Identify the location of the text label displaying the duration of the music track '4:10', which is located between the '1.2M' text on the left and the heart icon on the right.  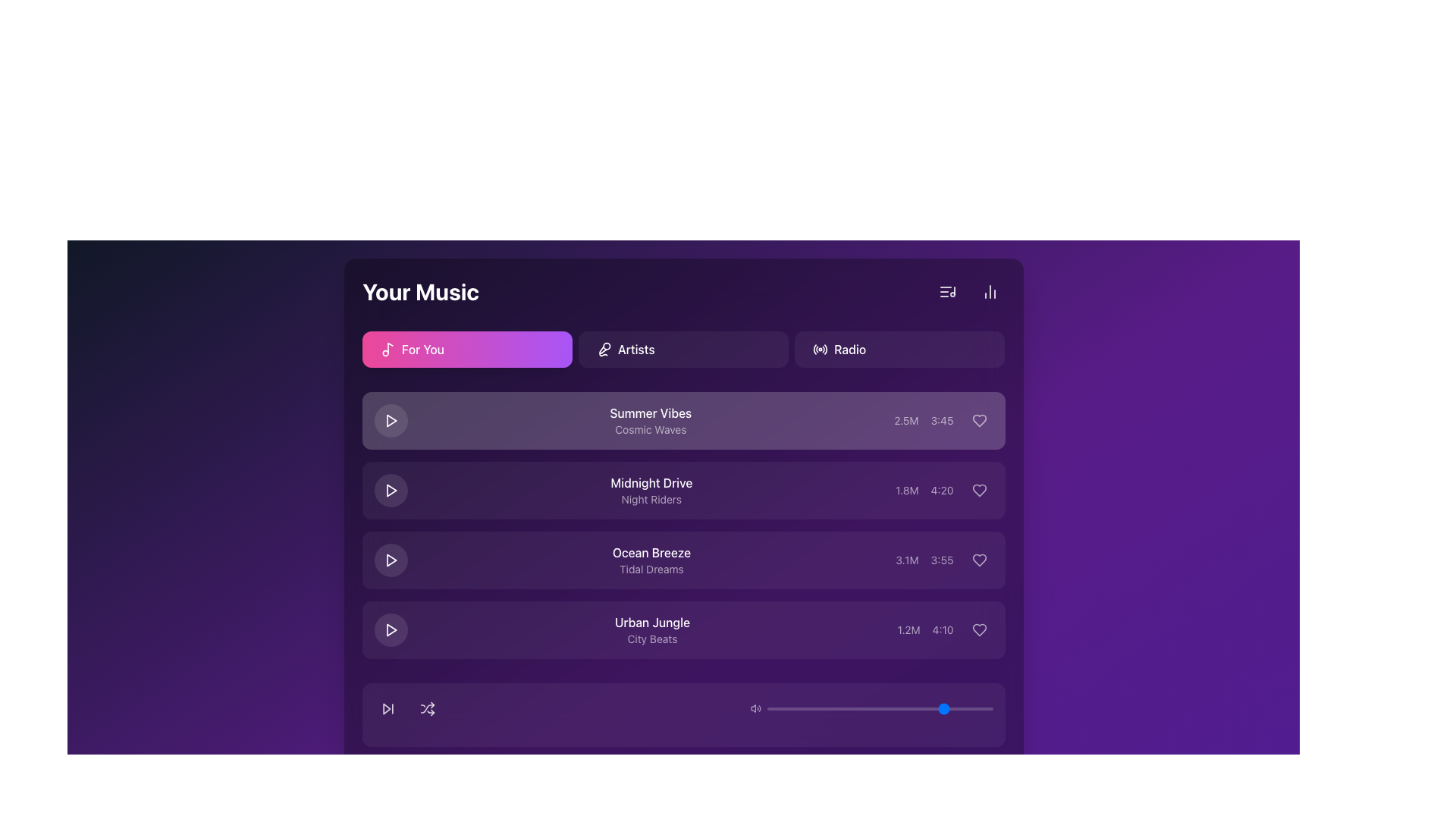
(942, 629).